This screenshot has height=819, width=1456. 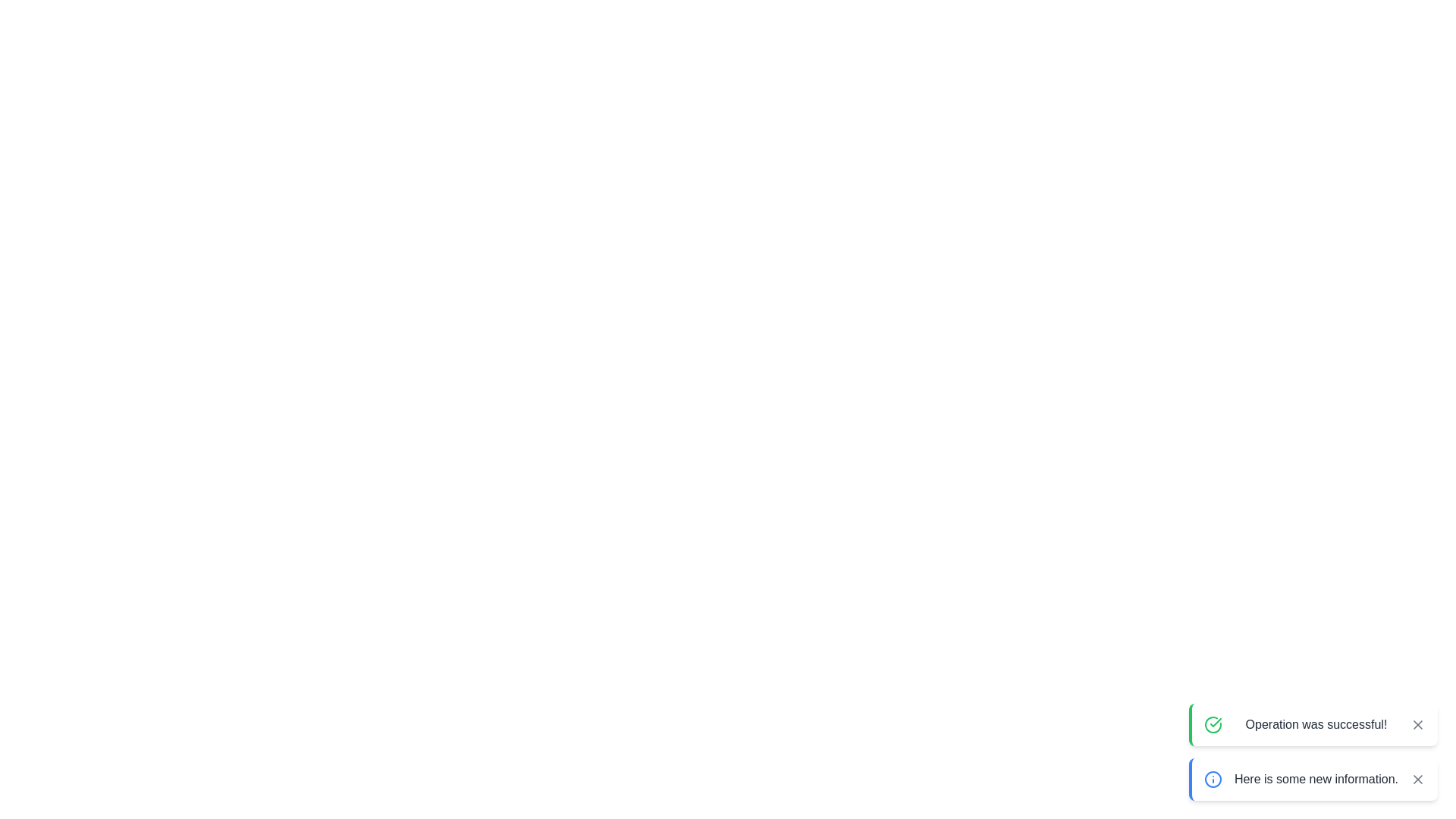 I want to click on the first snackbar element to observe the hover effect, so click(x=1313, y=724).